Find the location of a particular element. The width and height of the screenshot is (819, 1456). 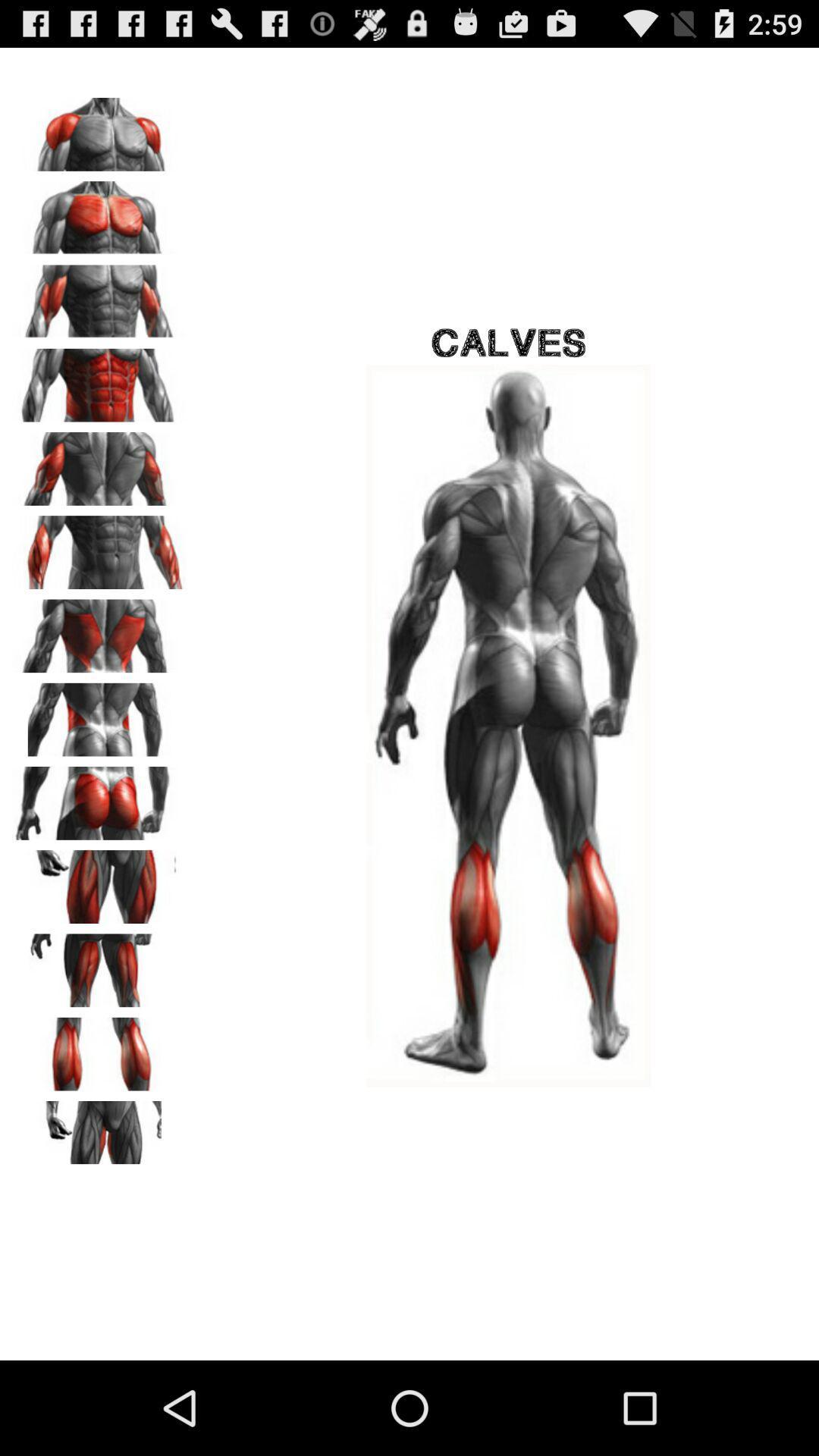

this imagw was chest is located at coordinates (99, 129).